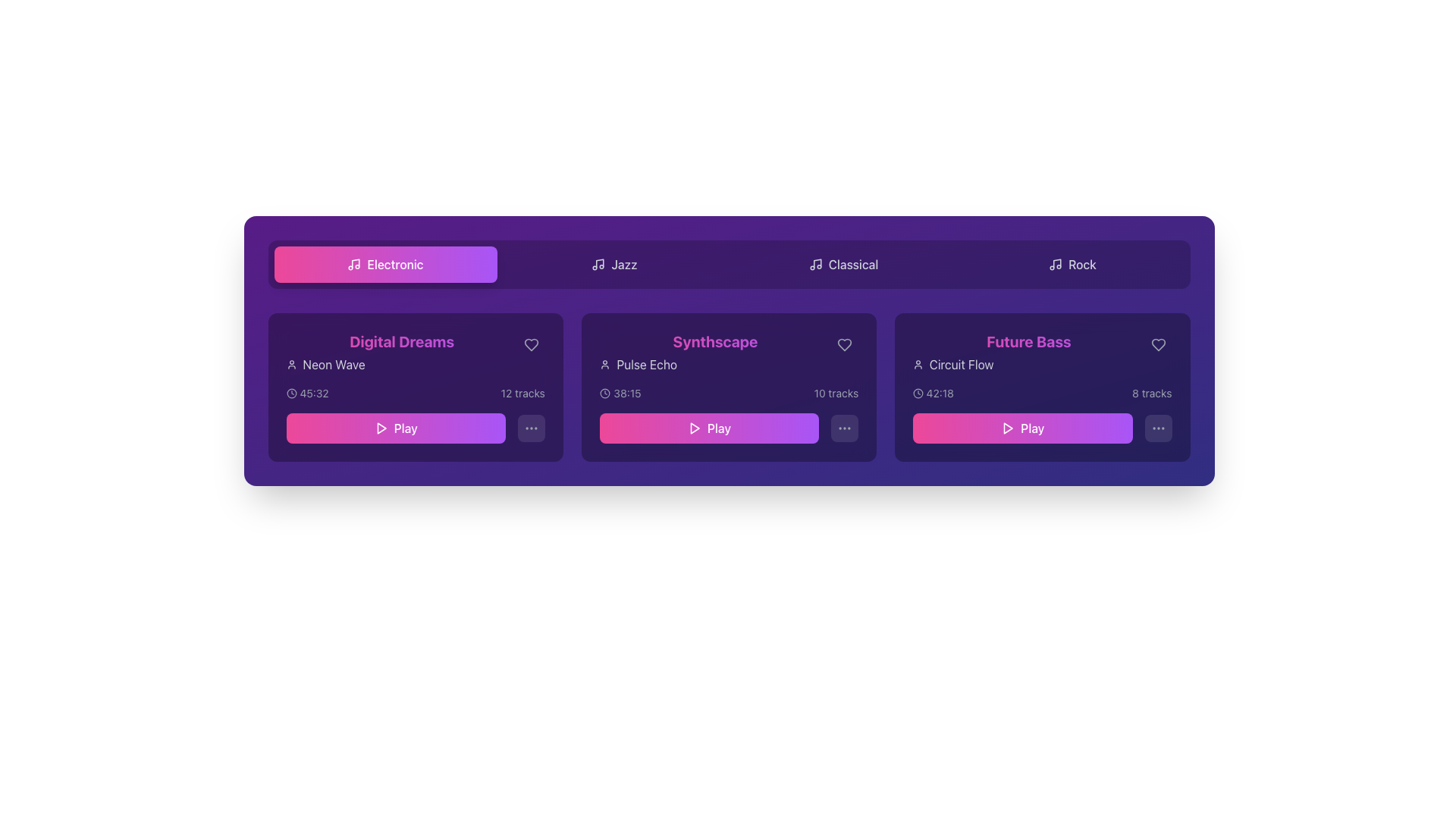 This screenshot has height=819, width=1456. Describe the element at coordinates (620, 393) in the screenshot. I see `the small rectangular text display showing the time indicator '38:15' with a clock icon on the left, located in the 'Synthscape' section` at that location.